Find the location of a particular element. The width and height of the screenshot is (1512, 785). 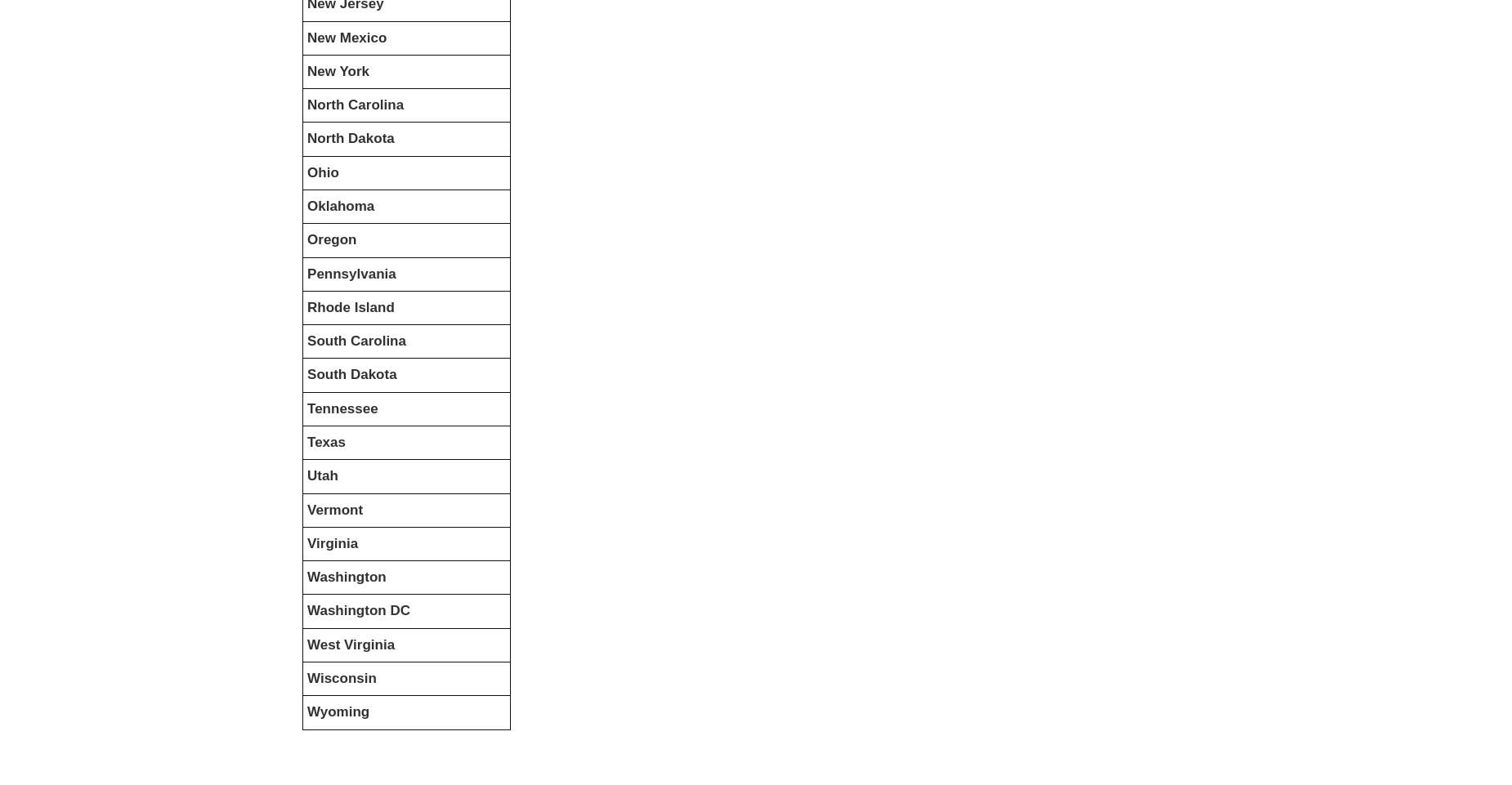

'Washington' is located at coordinates (346, 577).